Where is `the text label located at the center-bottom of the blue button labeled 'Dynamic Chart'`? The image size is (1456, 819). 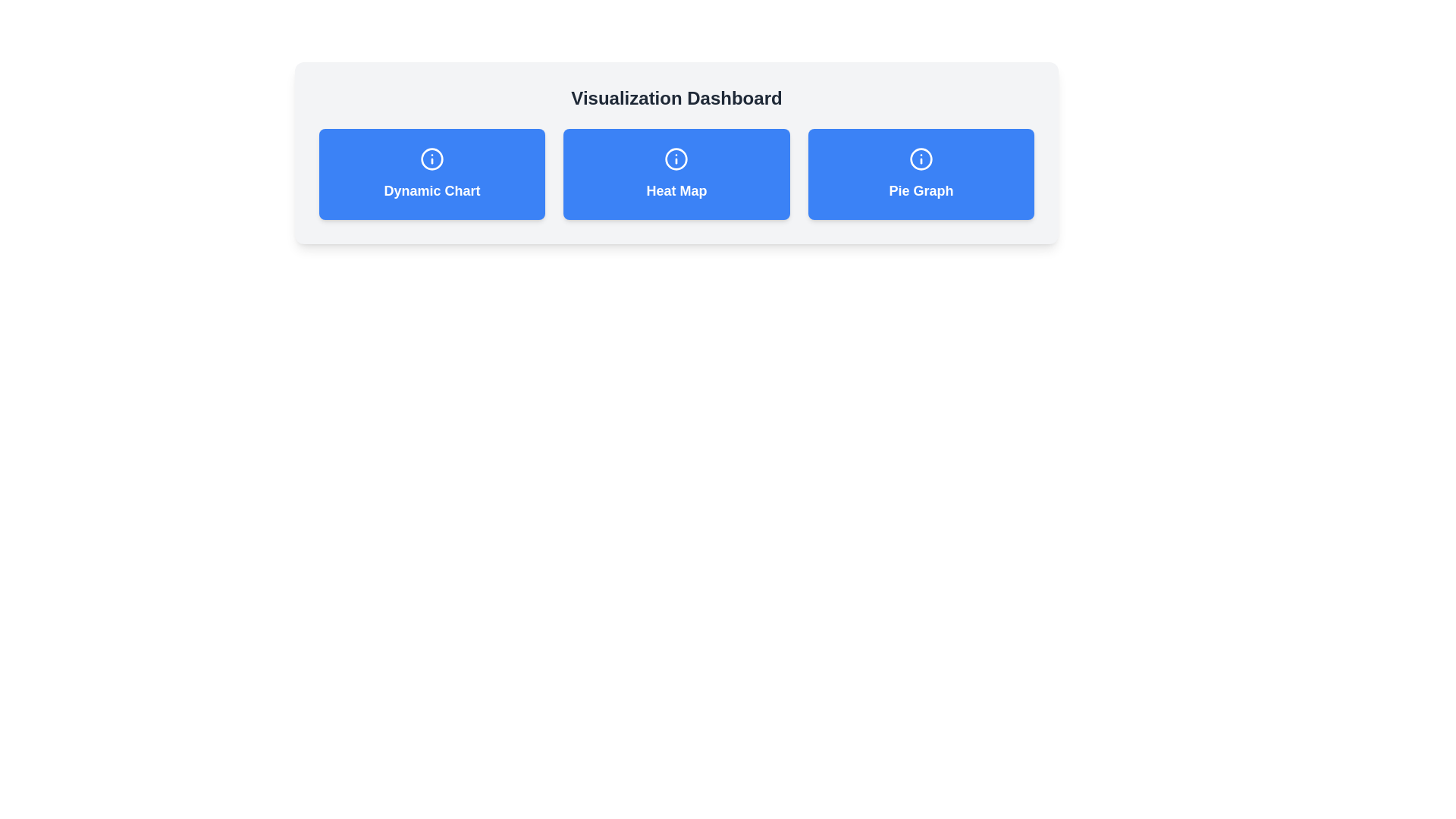
the text label located at the center-bottom of the blue button labeled 'Dynamic Chart' is located at coordinates (431, 190).